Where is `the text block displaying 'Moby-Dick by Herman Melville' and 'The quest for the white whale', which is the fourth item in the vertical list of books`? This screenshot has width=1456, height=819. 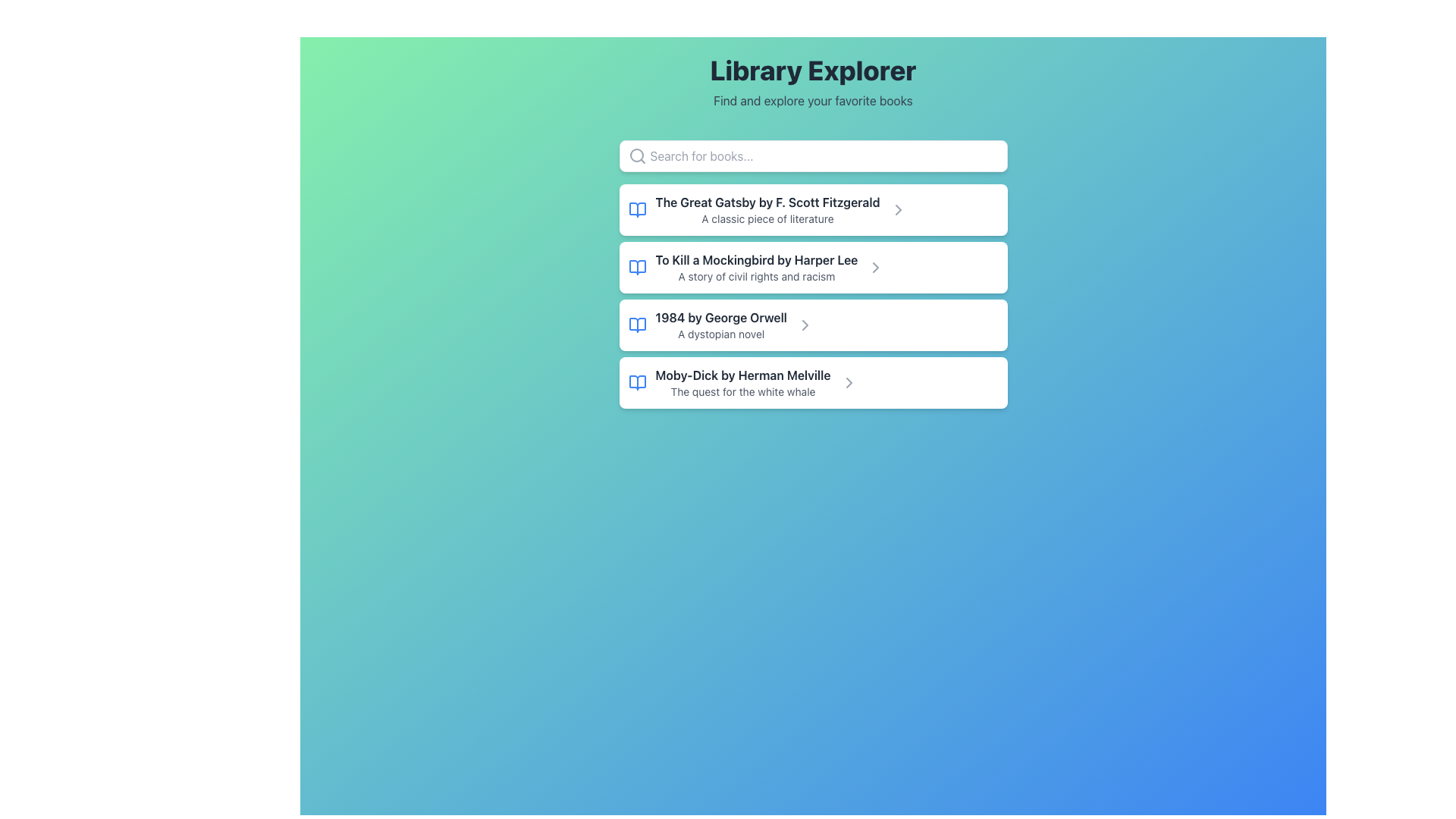 the text block displaying 'Moby-Dick by Herman Melville' and 'The quest for the white whale', which is the fourth item in the vertical list of books is located at coordinates (742, 382).